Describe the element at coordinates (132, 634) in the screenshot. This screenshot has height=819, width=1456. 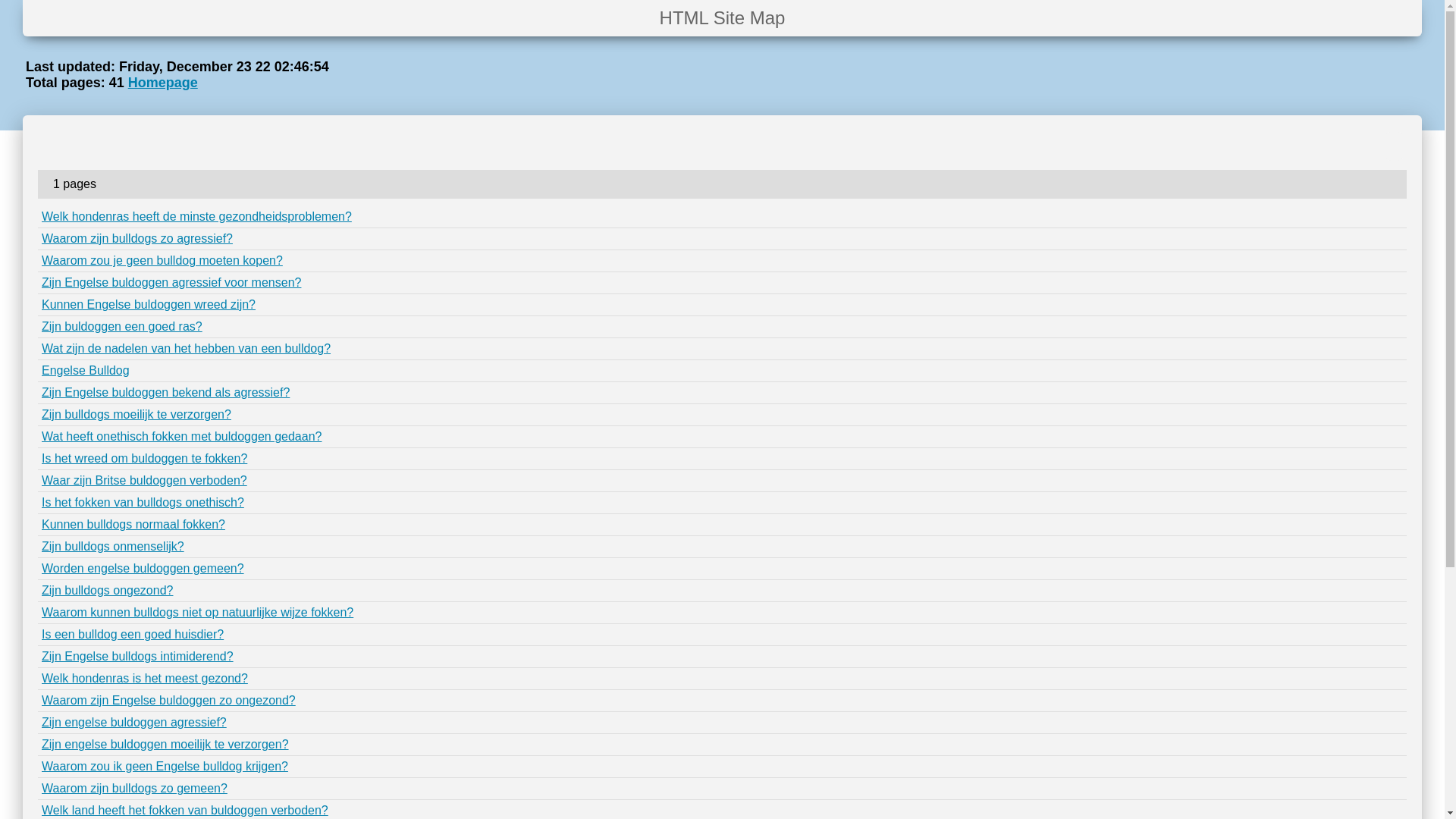
I see `'Is een bulldog een goed huisdier?'` at that location.